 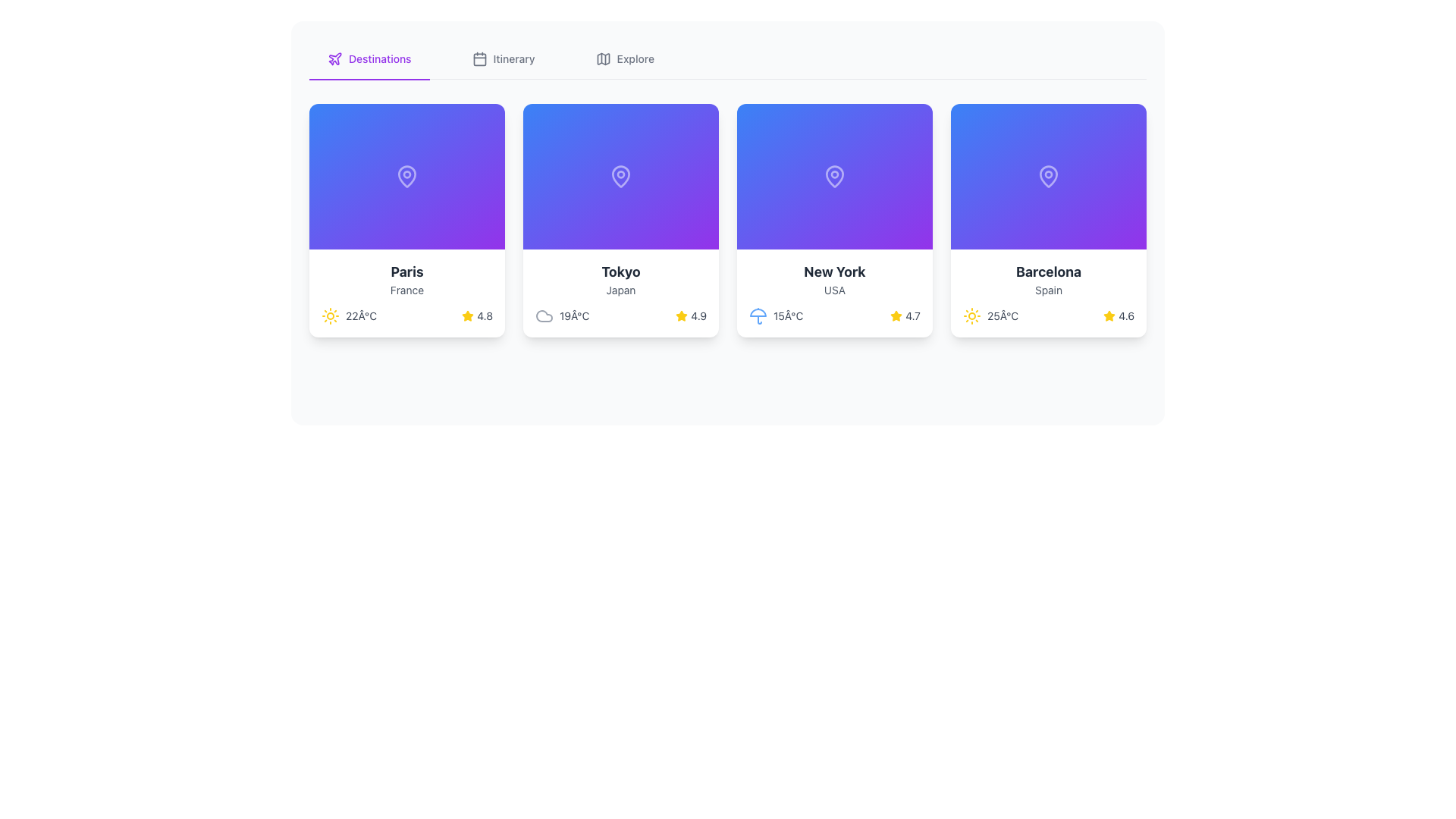 What do you see at coordinates (1047, 293) in the screenshot?
I see `the informational card displaying the city 'Barcelona', which includes details like the country 'Spain', temperature '25°C', and a rating of '4.6', located in the fourth card from the left in a horizontal list` at bounding box center [1047, 293].